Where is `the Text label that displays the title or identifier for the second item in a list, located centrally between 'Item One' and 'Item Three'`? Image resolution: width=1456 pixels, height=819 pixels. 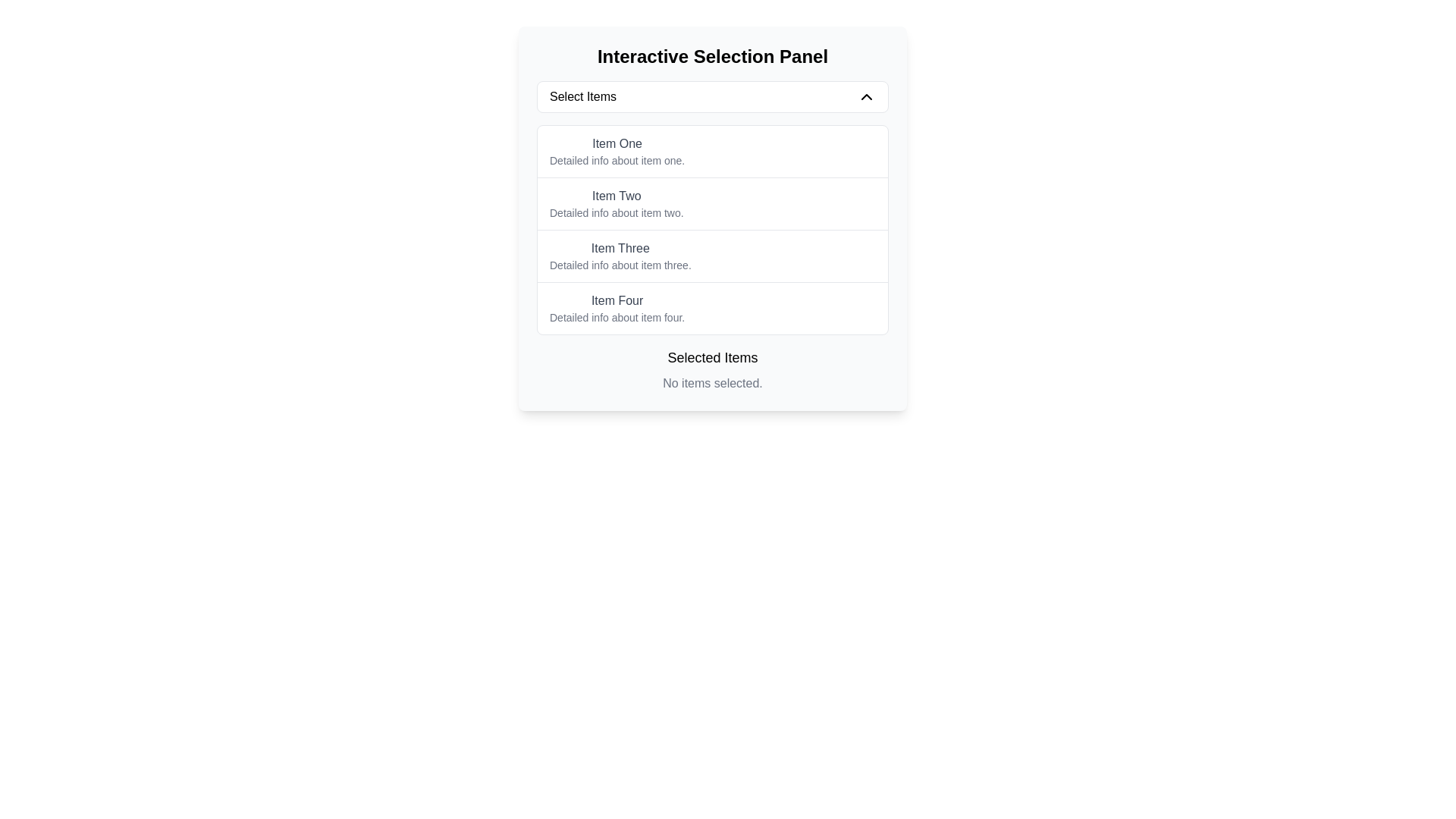
the Text label that displays the title or identifier for the second item in a list, located centrally between 'Item One' and 'Item Three' is located at coordinates (617, 195).